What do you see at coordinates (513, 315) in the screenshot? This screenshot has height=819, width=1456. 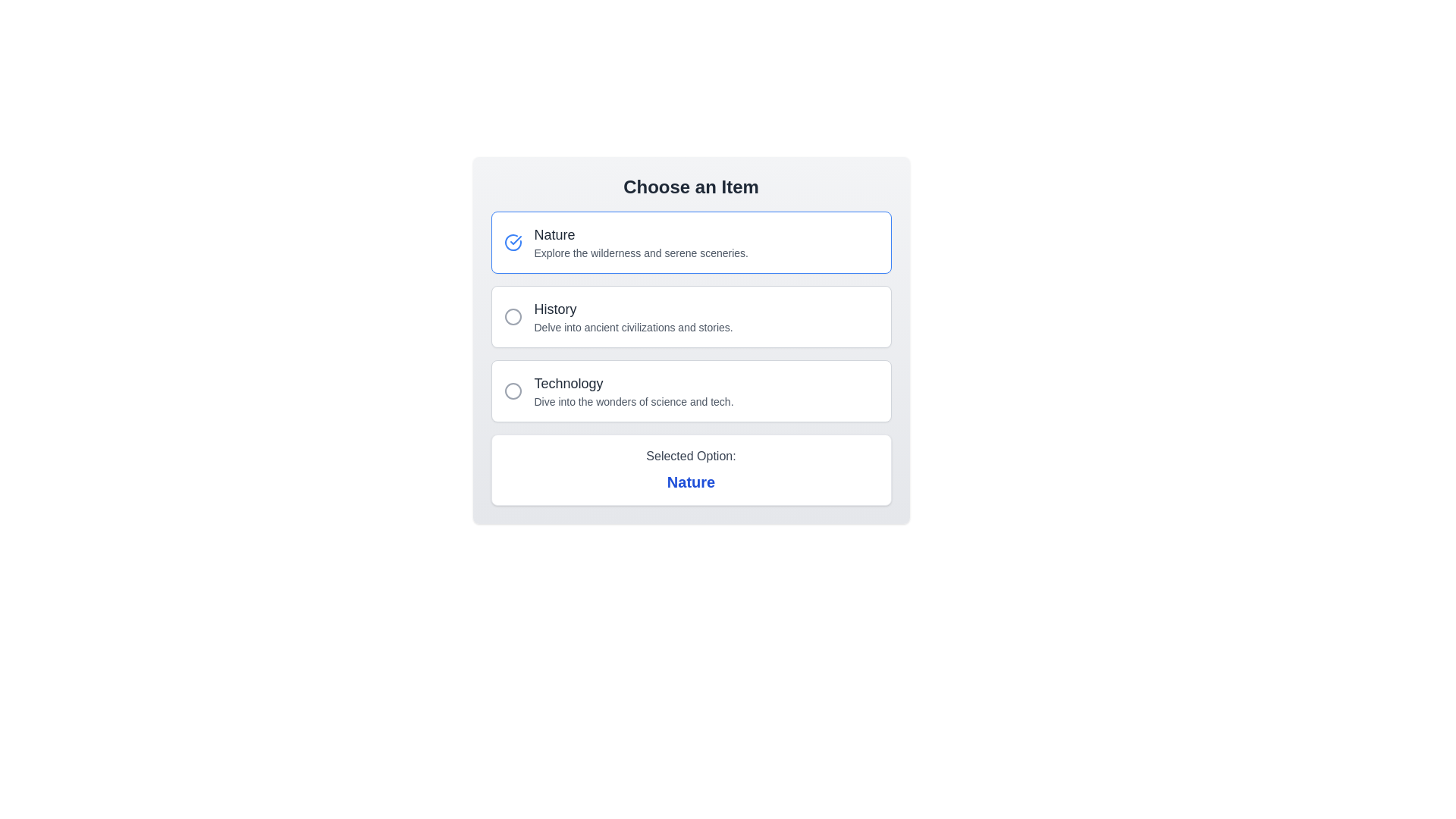 I see `the inner circular component of the radio button associated with the 'History' option` at bounding box center [513, 315].